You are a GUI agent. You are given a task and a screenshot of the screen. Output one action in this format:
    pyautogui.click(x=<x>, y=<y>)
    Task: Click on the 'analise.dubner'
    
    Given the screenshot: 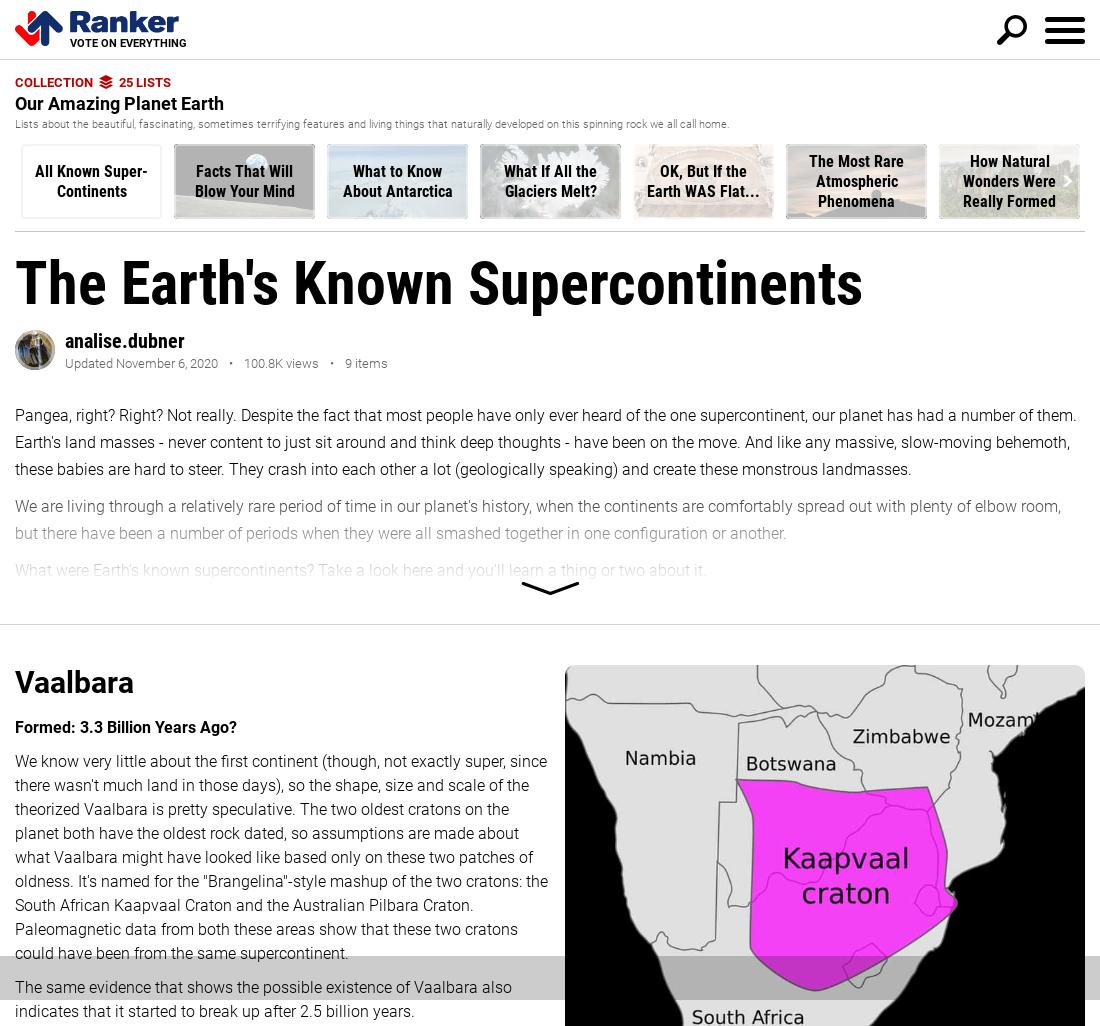 What is the action you would take?
    pyautogui.click(x=124, y=340)
    